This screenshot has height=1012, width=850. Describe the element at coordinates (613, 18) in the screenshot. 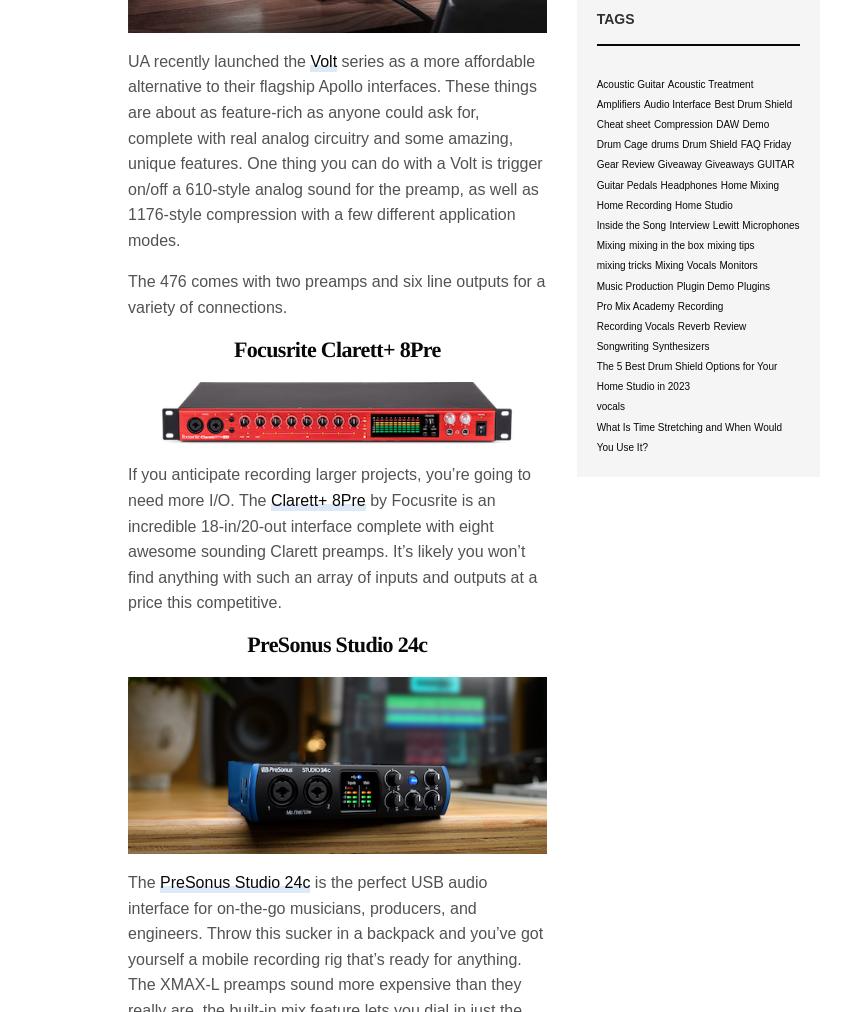

I see `'Tags'` at that location.